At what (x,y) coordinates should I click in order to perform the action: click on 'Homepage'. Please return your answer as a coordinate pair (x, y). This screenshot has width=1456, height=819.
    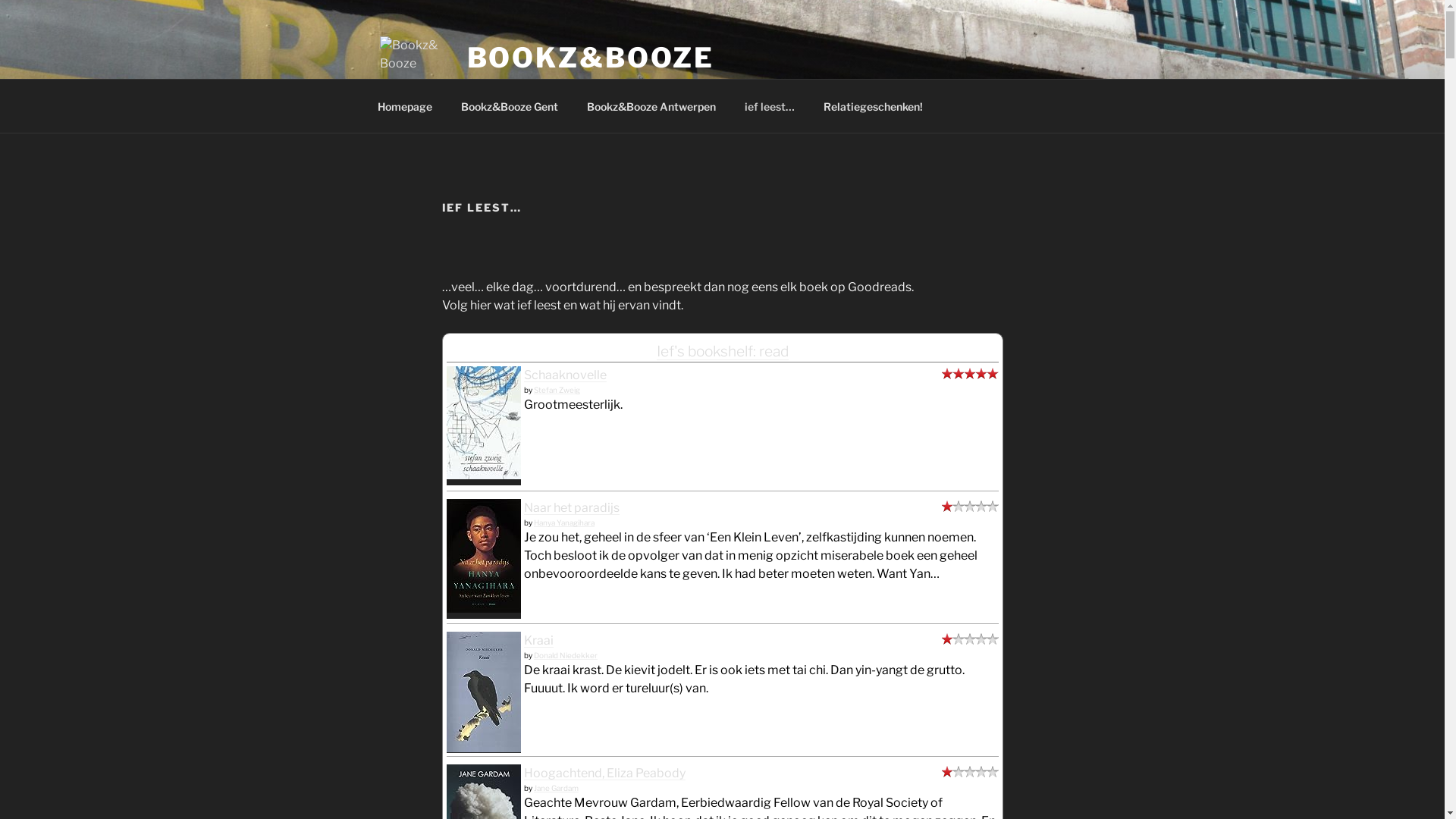
    Looking at the image, I should click on (404, 105).